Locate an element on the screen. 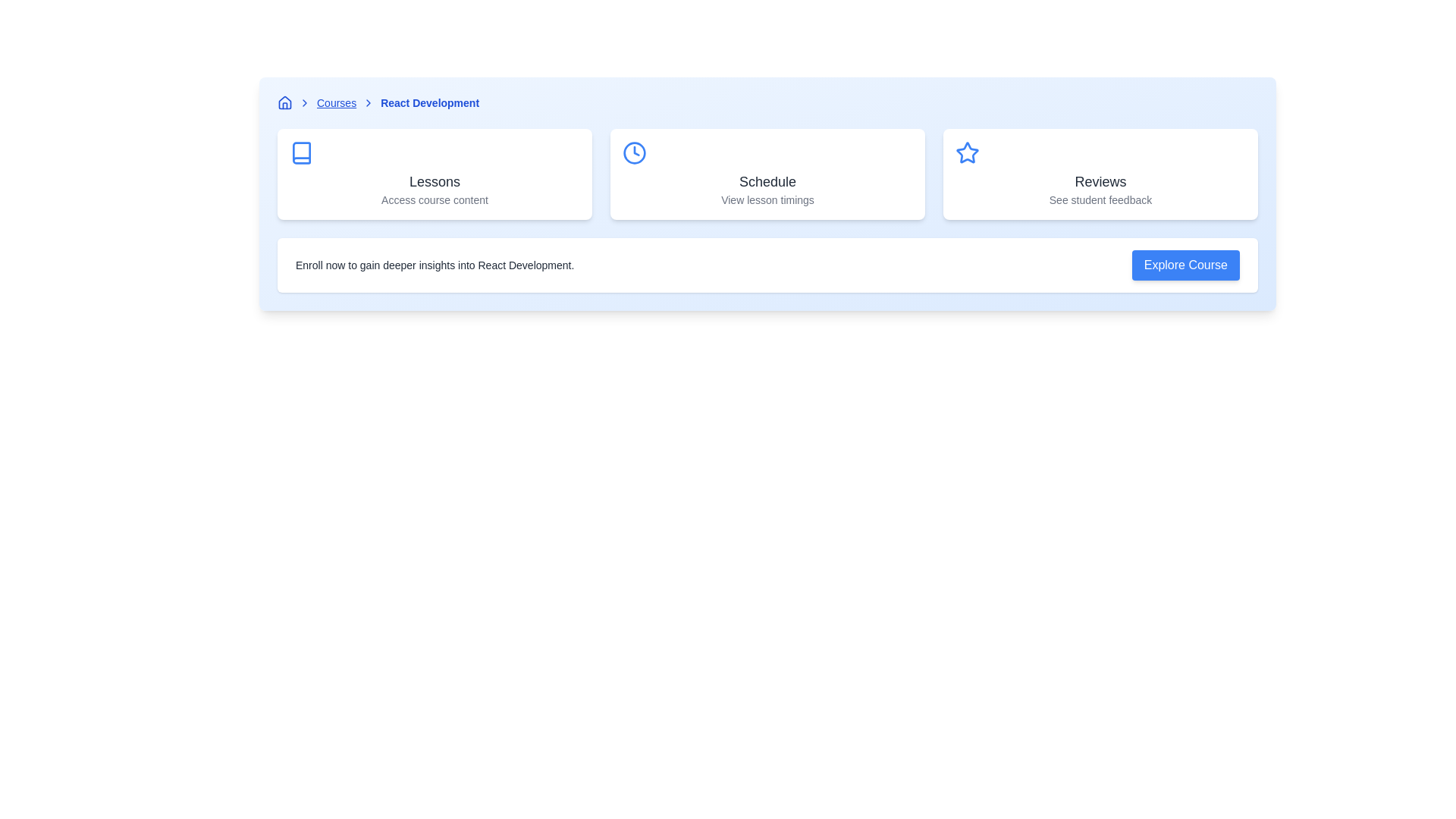 This screenshot has width=1456, height=819. the breadcrumb text indicator that signifies the current page or section in the navigation system, located to the right of the 'Courses' link and a chevron icon in the upper-left corner of the interface is located at coordinates (429, 102).